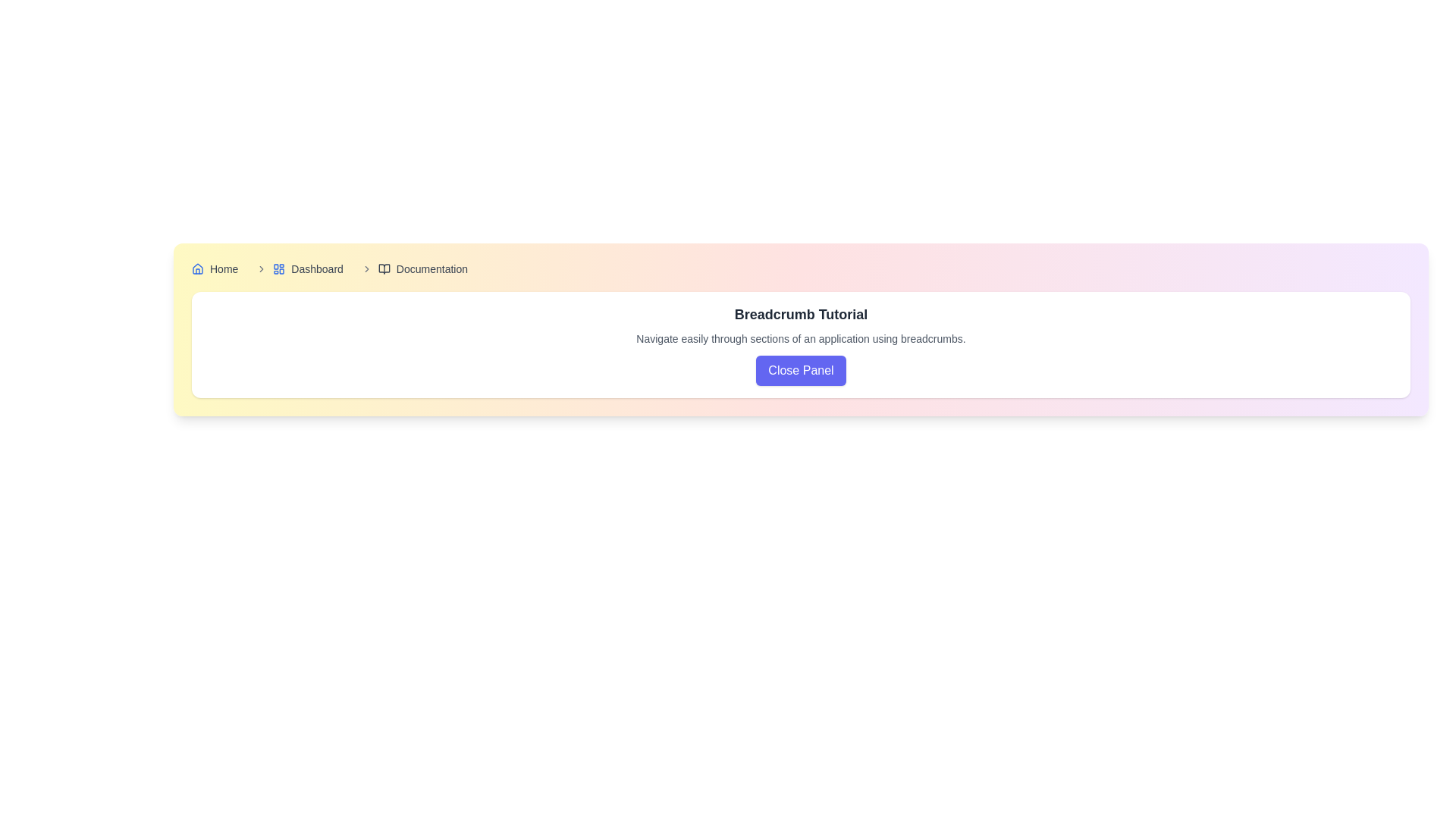 The image size is (1456, 819). Describe the element at coordinates (196, 268) in the screenshot. I see `the 'Home' icon in the breadcrumb navigation bar` at that location.